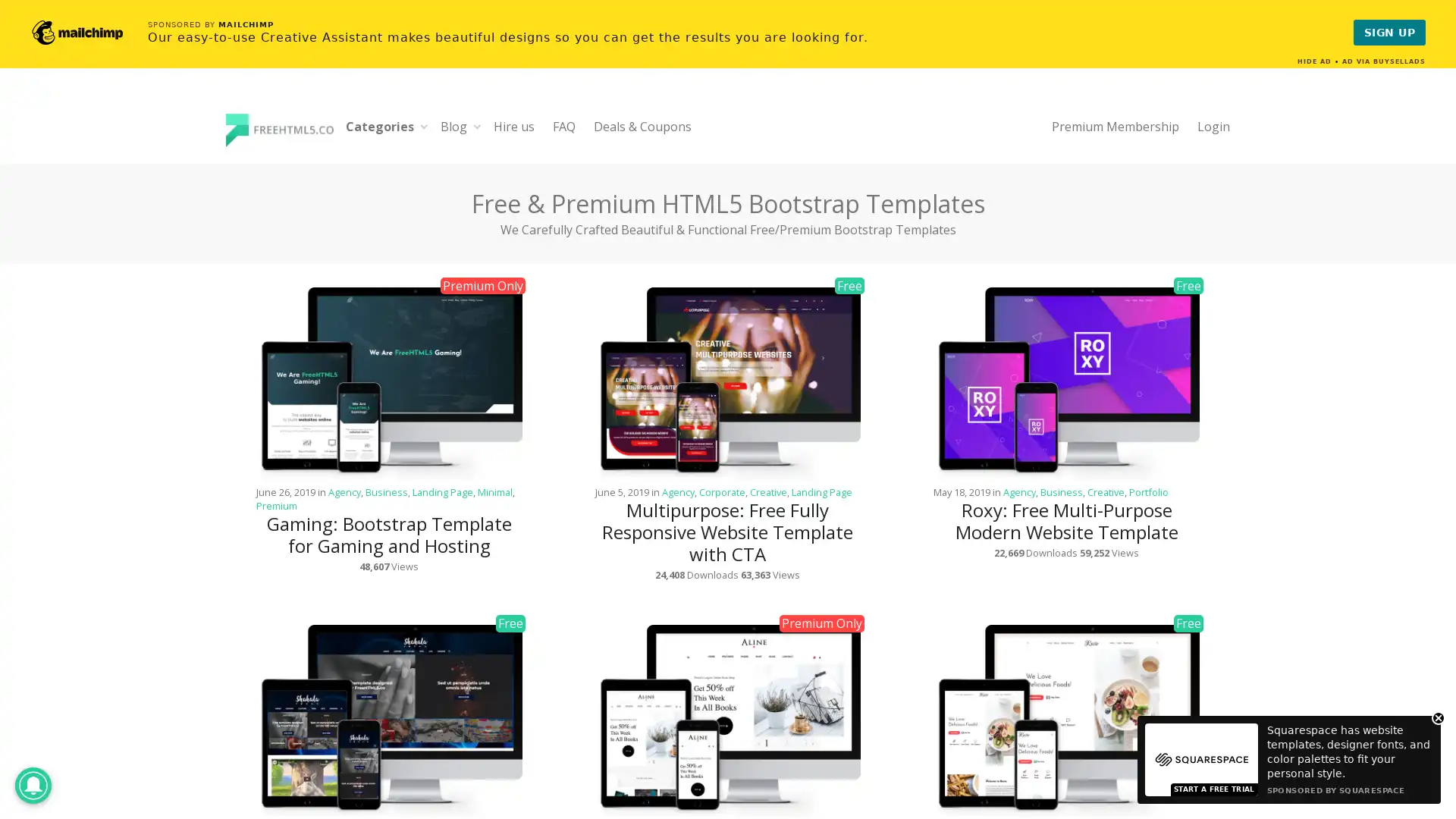 This screenshot has width=1456, height=819. I want to click on Expand child menu, so click(476, 125).